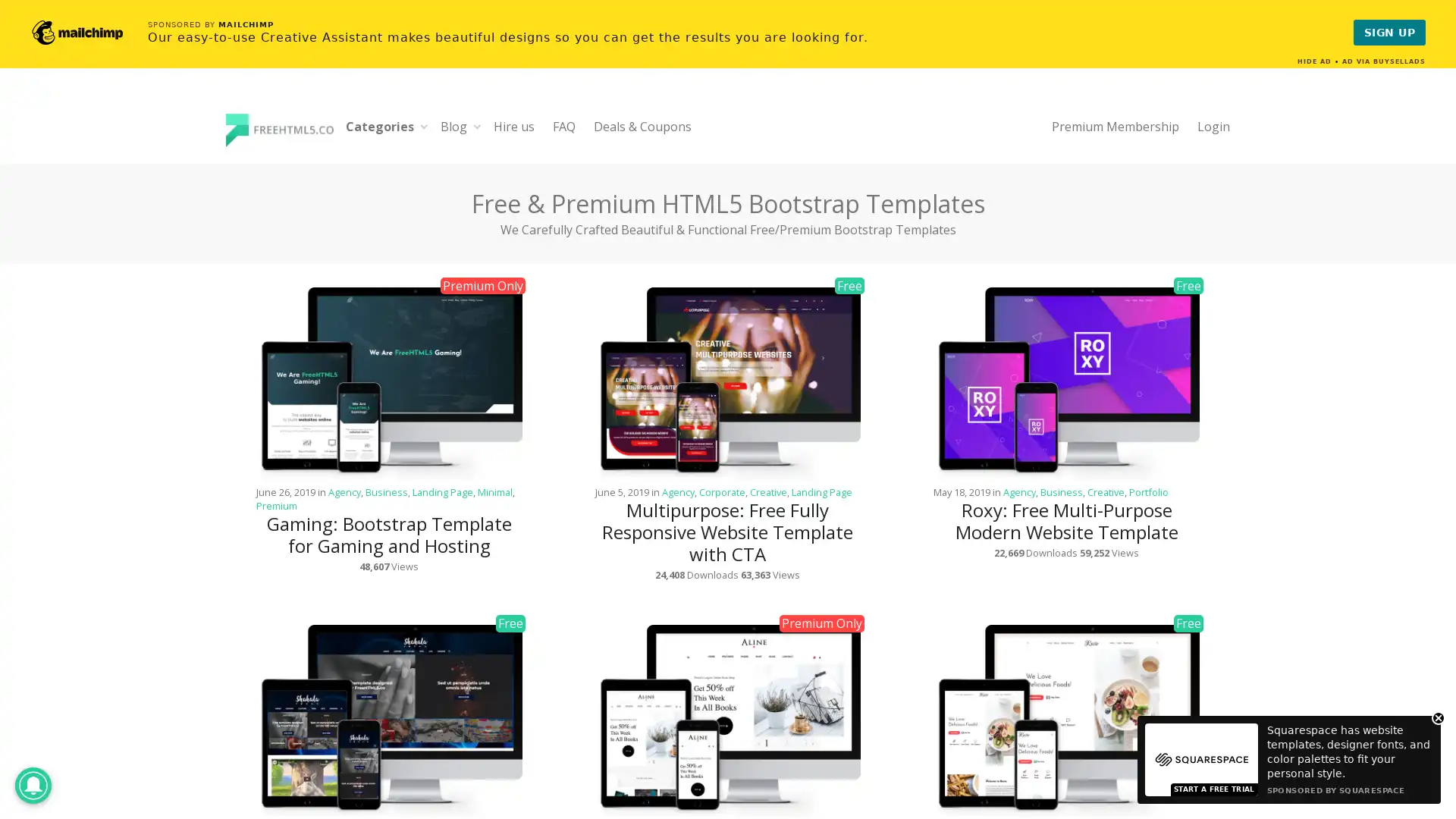 This screenshot has width=1456, height=819. I want to click on Expand child menu, so click(476, 125).